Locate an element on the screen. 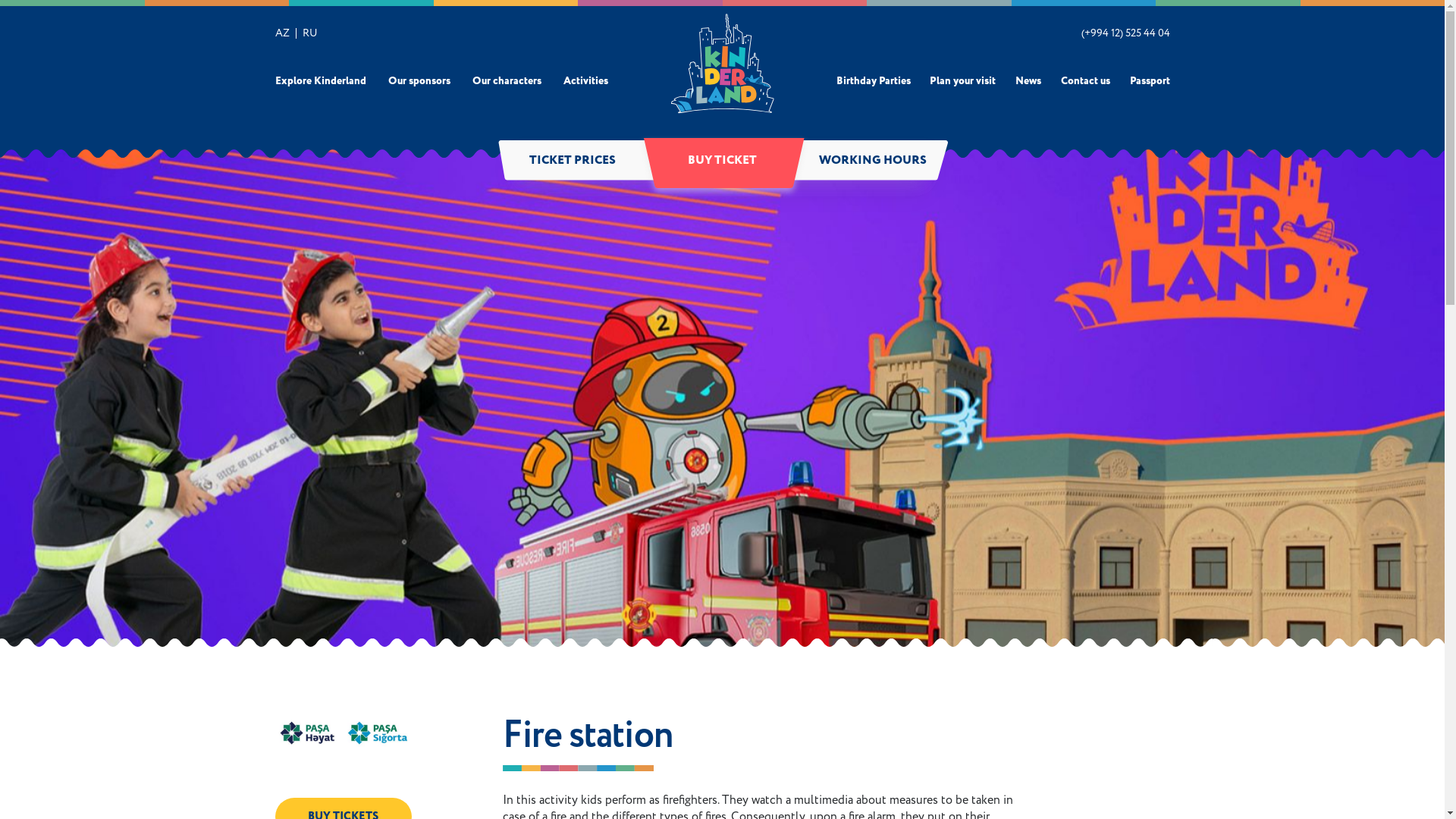 The width and height of the screenshot is (1456, 819). '(+994 12) 525 44 04' is located at coordinates (1125, 33).